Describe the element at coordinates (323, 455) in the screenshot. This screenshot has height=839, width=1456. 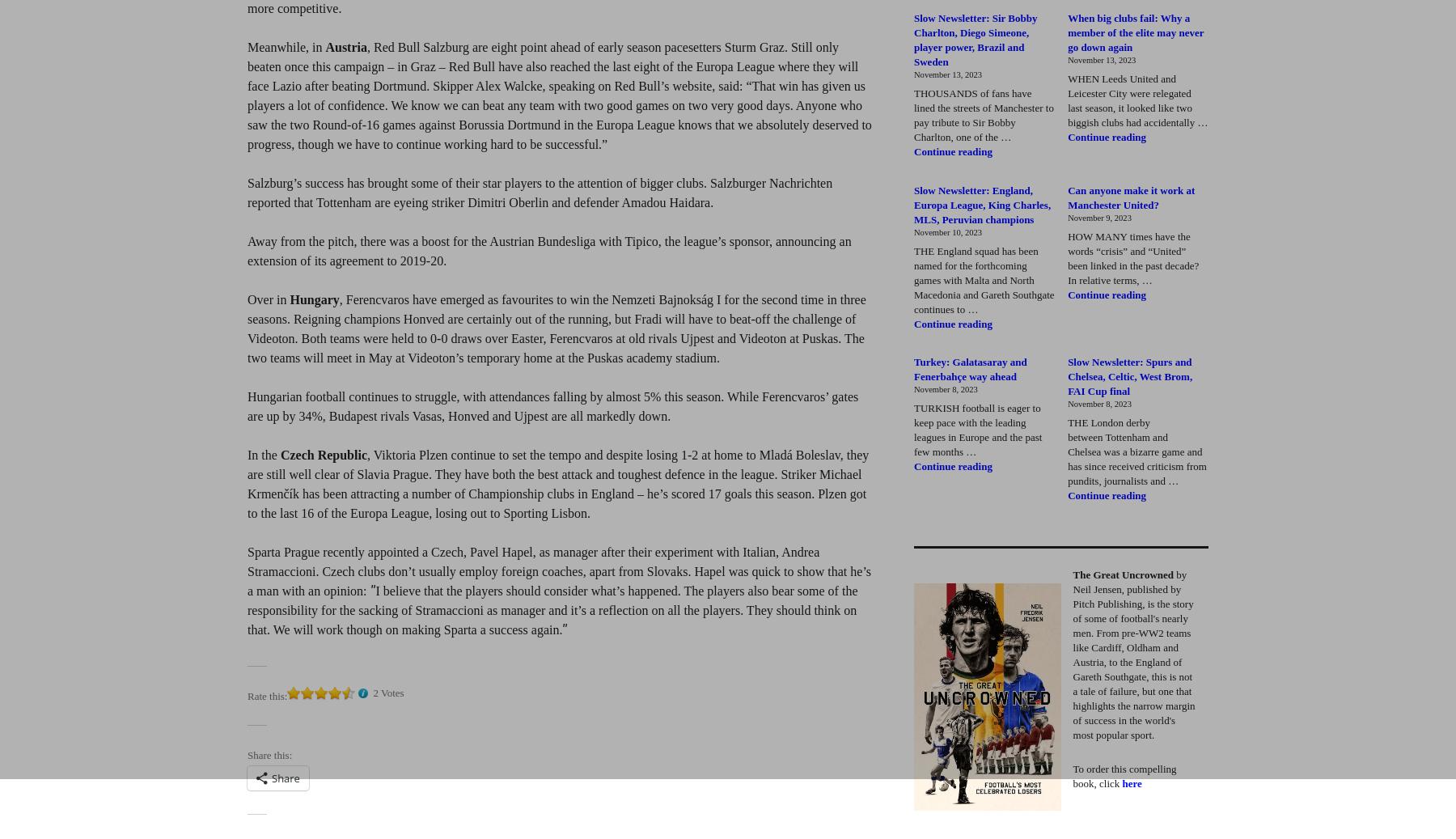
I see `'Czech Republic'` at that location.